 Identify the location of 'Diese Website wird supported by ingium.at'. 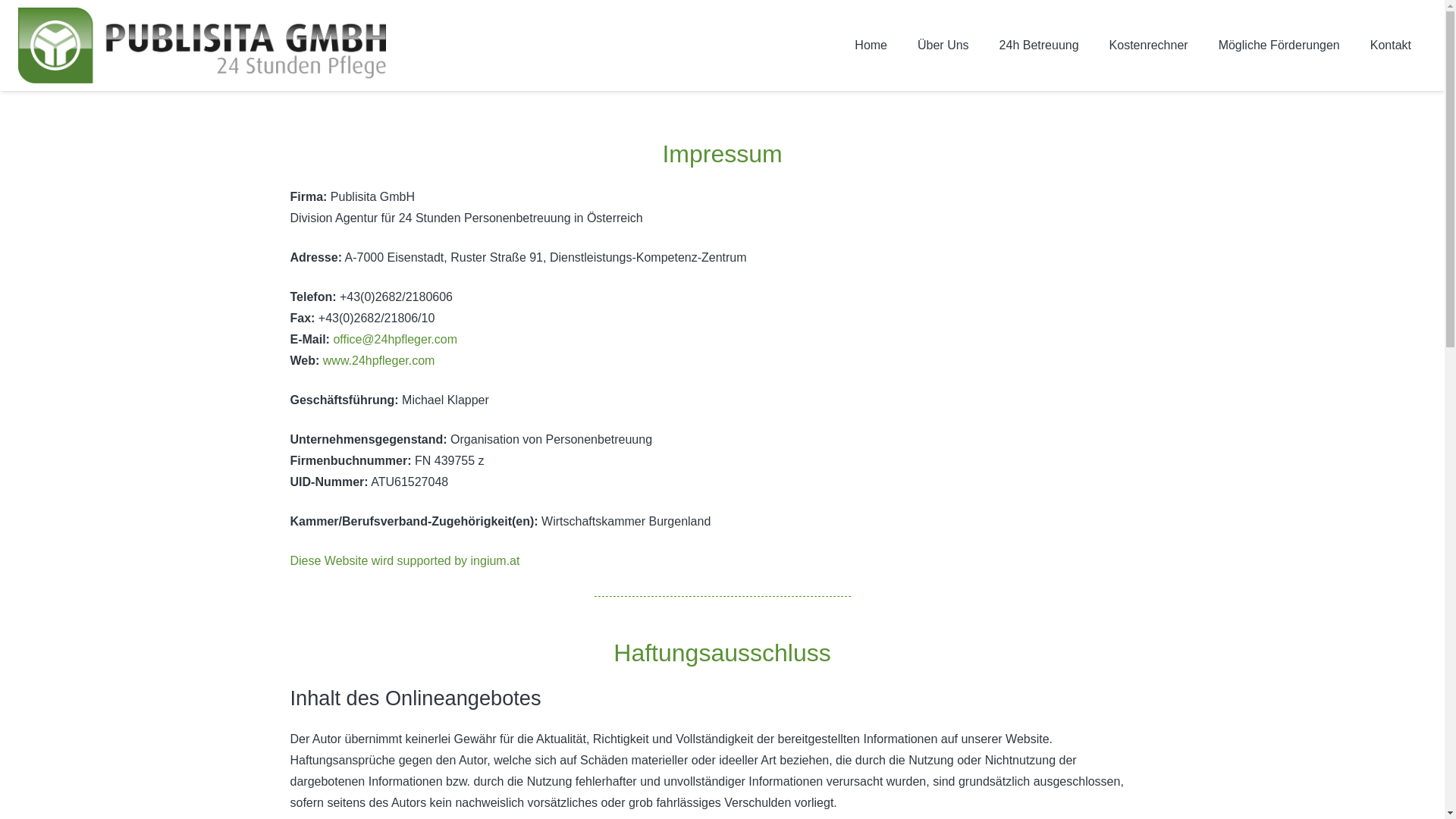
(404, 560).